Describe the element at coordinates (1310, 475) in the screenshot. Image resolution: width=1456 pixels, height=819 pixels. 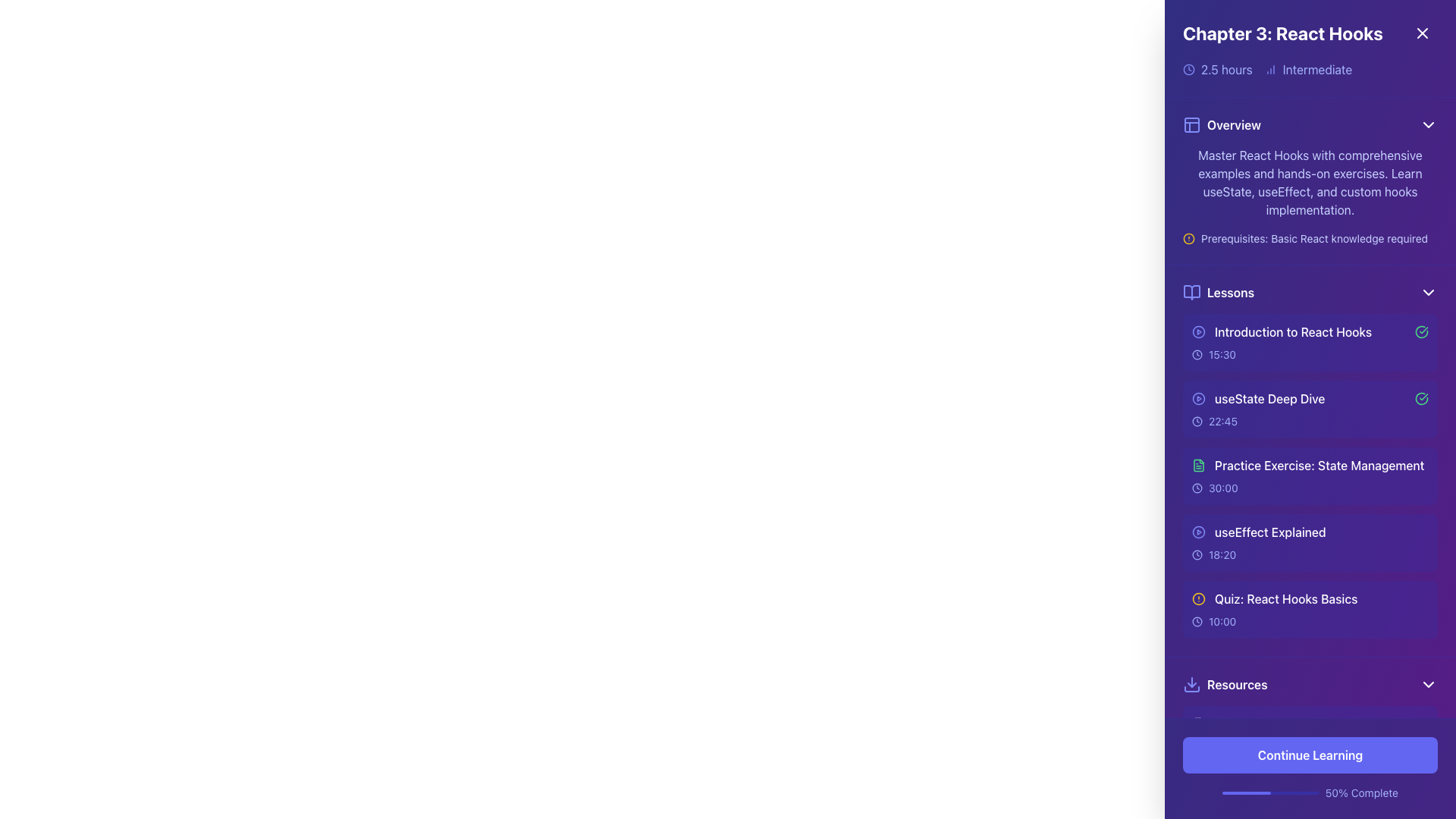
I see `the third lesson entry in the 'Lessons' section` at that location.